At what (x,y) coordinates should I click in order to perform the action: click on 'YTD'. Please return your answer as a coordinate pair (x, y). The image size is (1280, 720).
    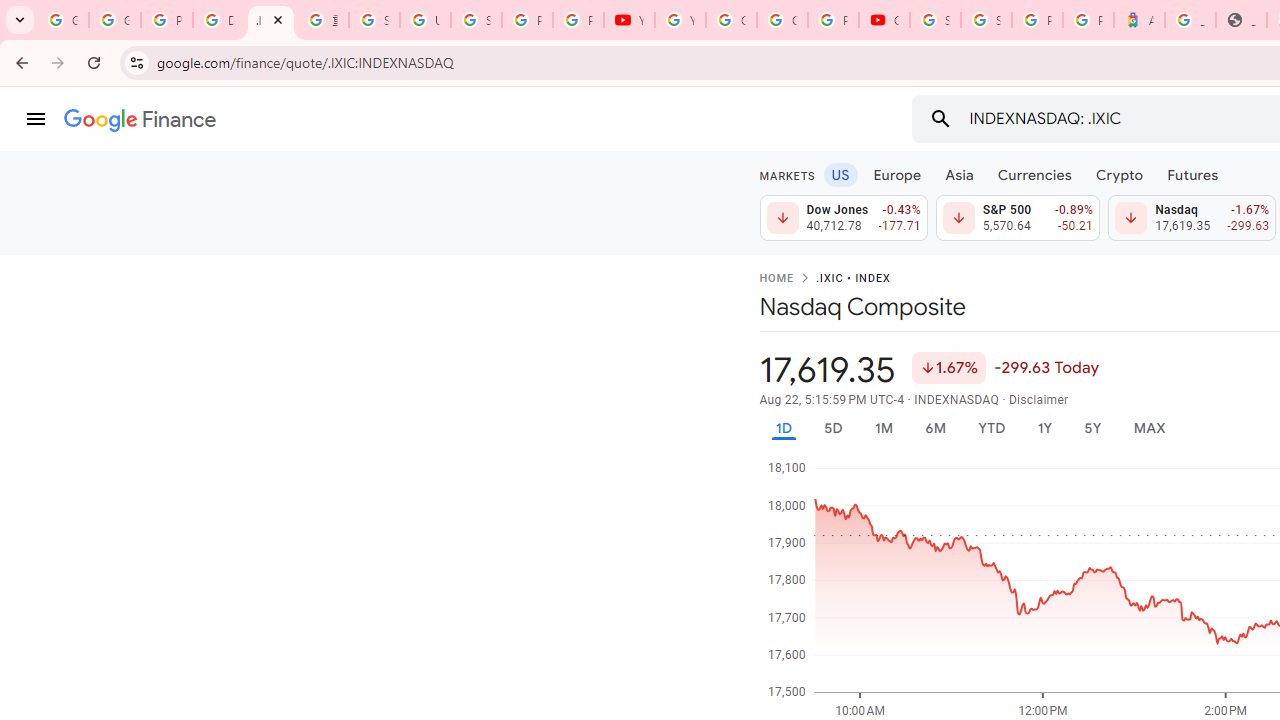
    Looking at the image, I should click on (991, 427).